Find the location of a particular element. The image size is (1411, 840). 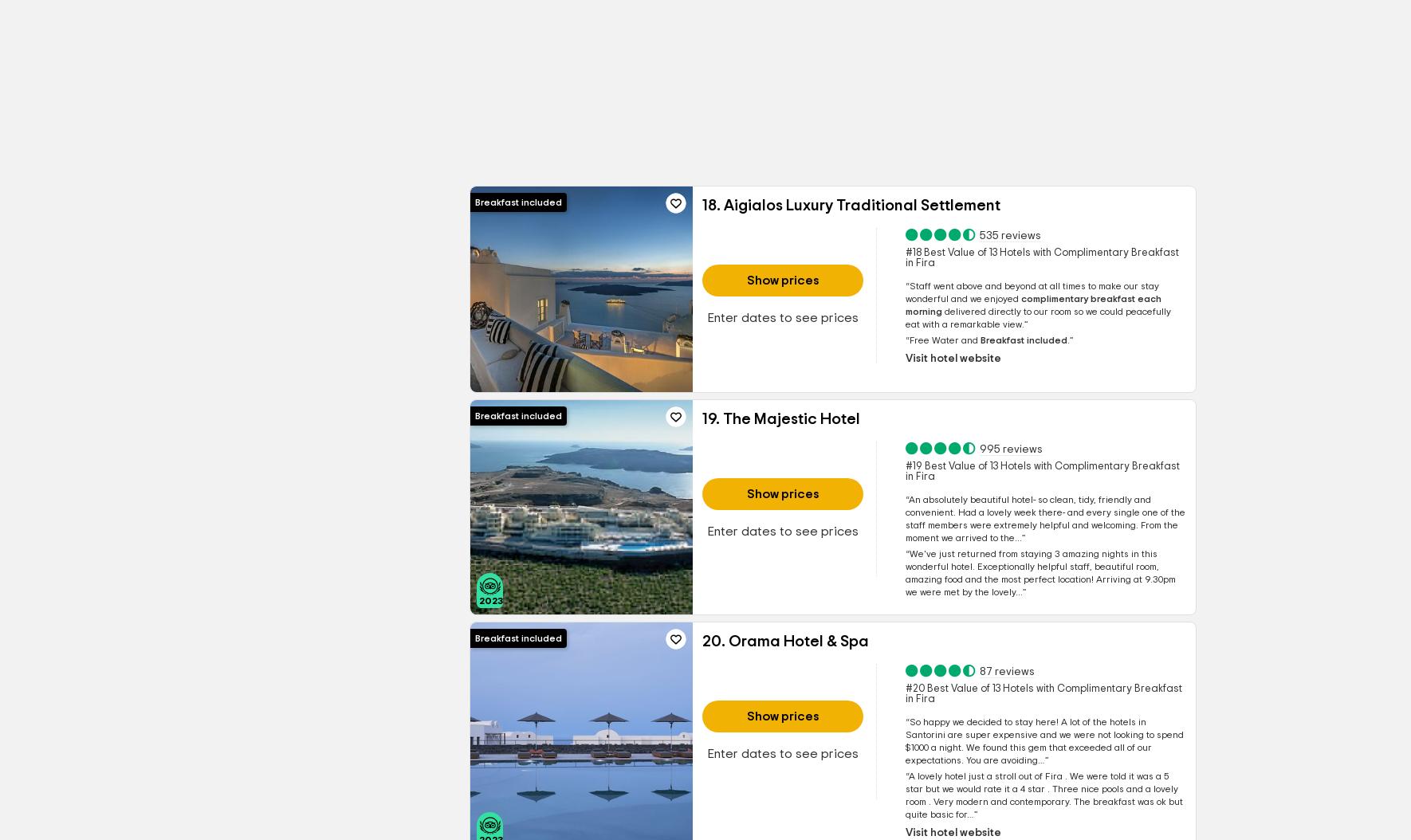

'were told it was a 5 star but we would rate it a 4 star .
Three nice pools and a lovely room . Very modern and contemporary. 
The breakfast was ok but quite basic for…' is located at coordinates (1042, 795).